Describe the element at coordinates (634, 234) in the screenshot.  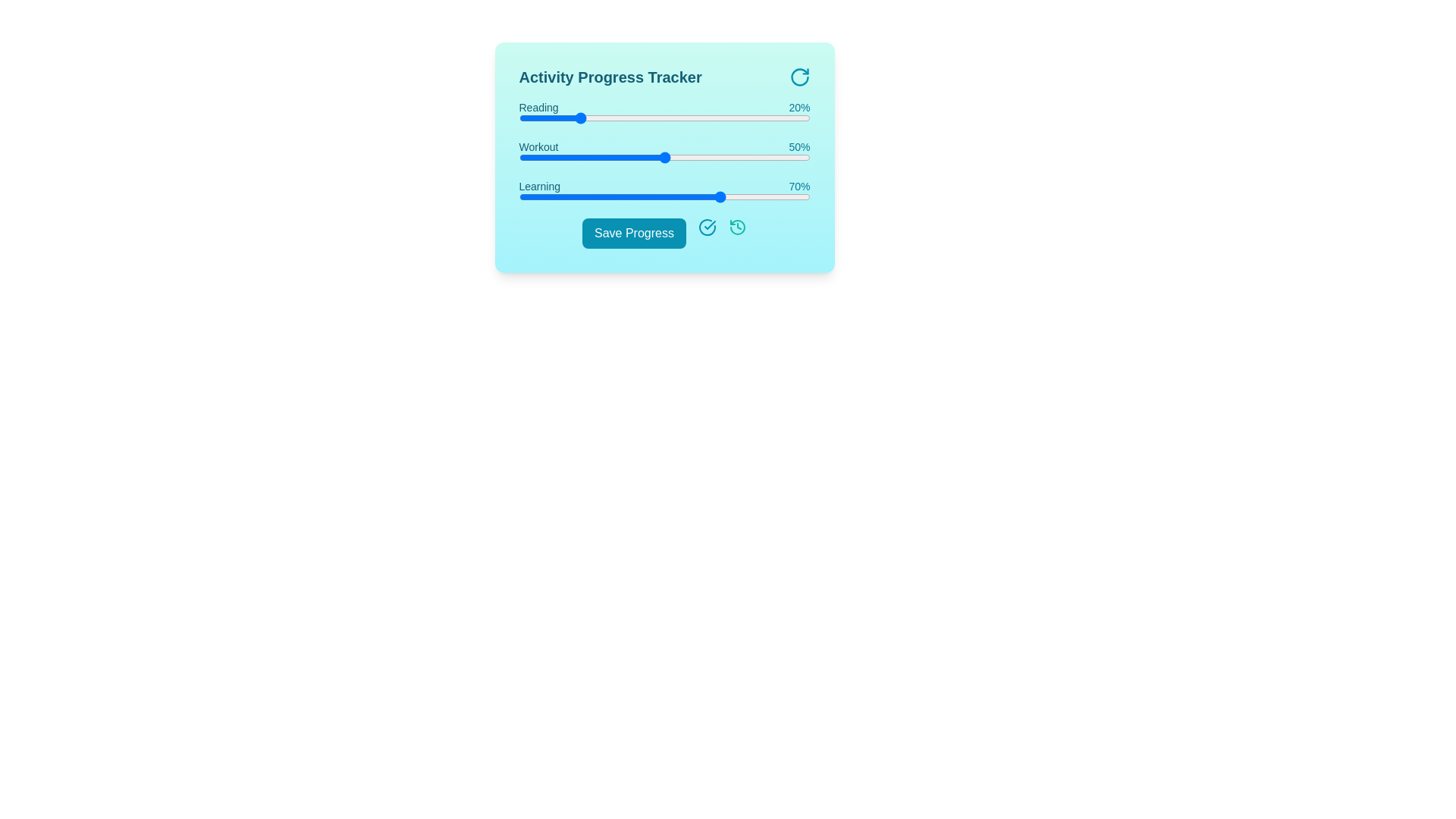
I see `the 'Save Progress' button to save the current progress values` at that location.